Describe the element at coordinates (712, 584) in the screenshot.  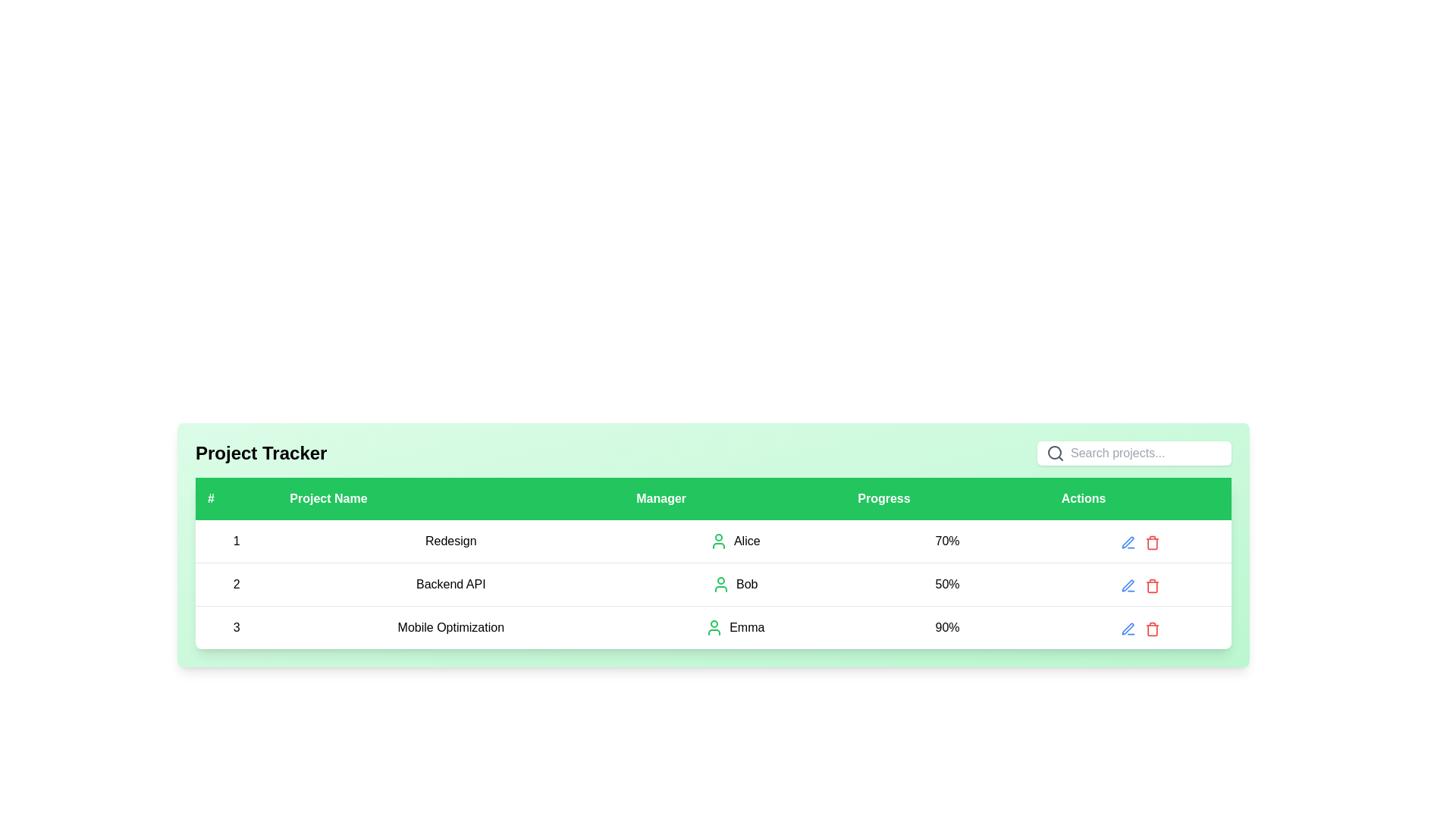
I see `the second row of the project tracking table, which displays the project name 'Backend API', manager 'Bob', and progress '50%'` at that location.